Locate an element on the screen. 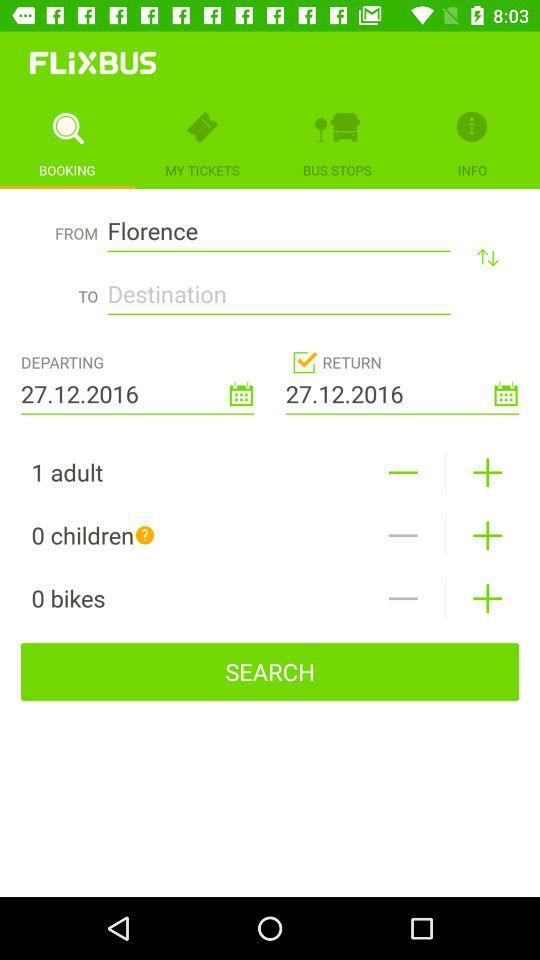  the minus icon is located at coordinates (403, 472).